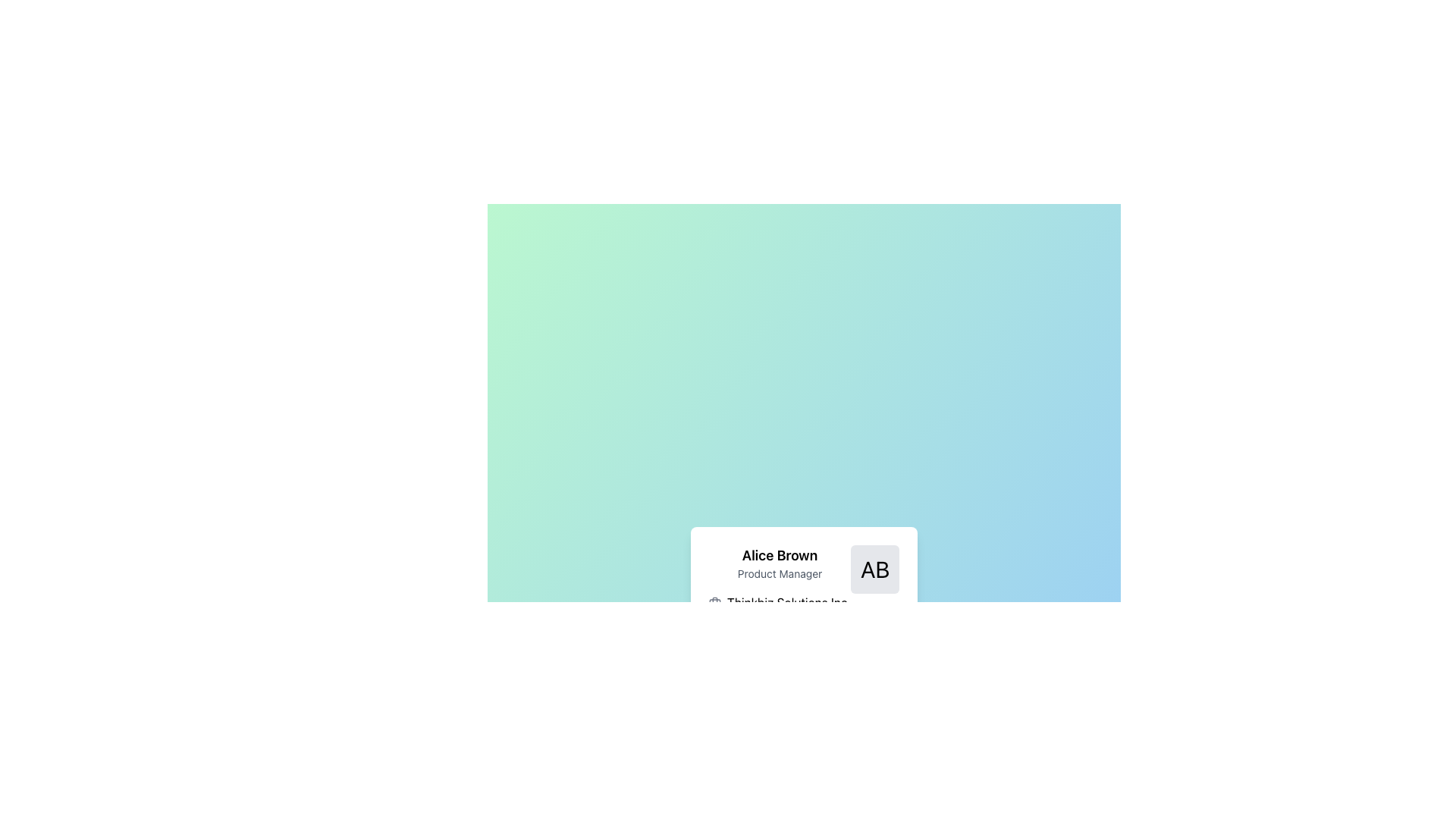 The width and height of the screenshot is (1456, 819). What do you see at coordinates (875, 570) in the screenshot?
I see `the user avatar represented by the initials 'AB' located in the top-right corner of the user profile box` at bounding box center [875, 570].